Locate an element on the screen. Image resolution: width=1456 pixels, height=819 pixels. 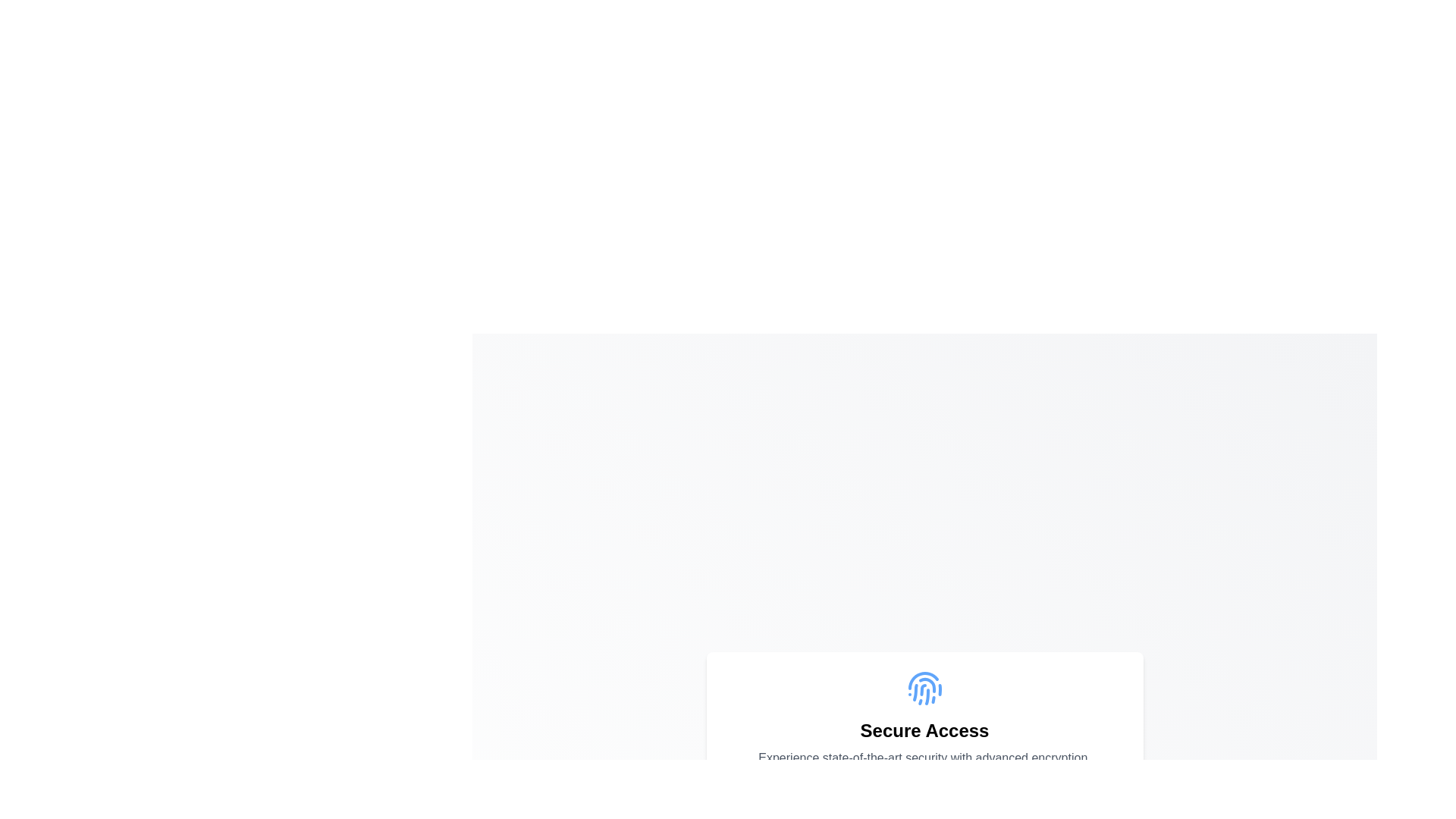
the static text block providing descriptive information about the security features, located below the 'Secure Access' text and above the 'Previous' and 'Next' buttons is located at coordinates (924, 758).